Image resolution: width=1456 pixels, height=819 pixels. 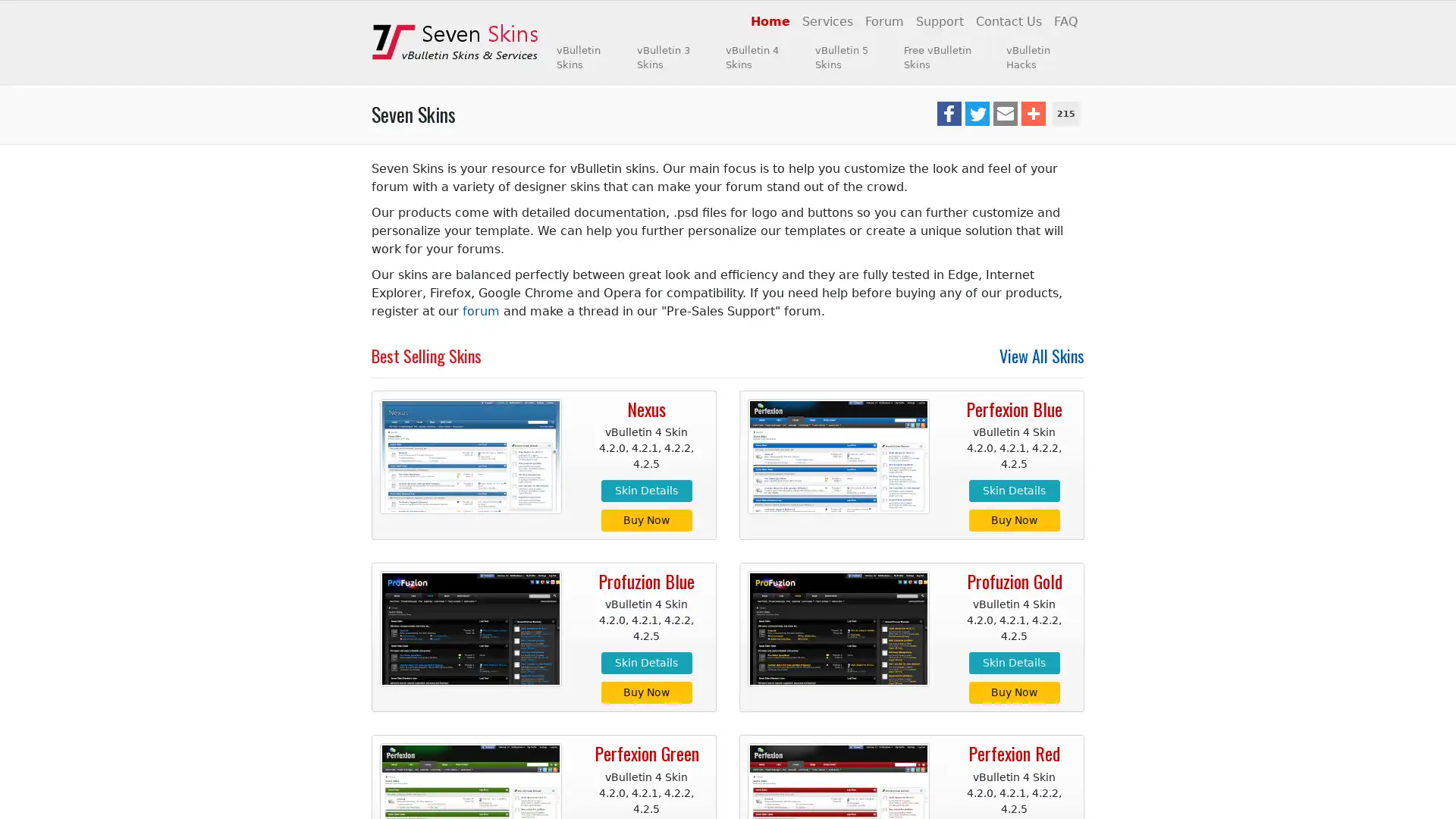 I want to click on Skin Details, so click(x=1014, y=490).